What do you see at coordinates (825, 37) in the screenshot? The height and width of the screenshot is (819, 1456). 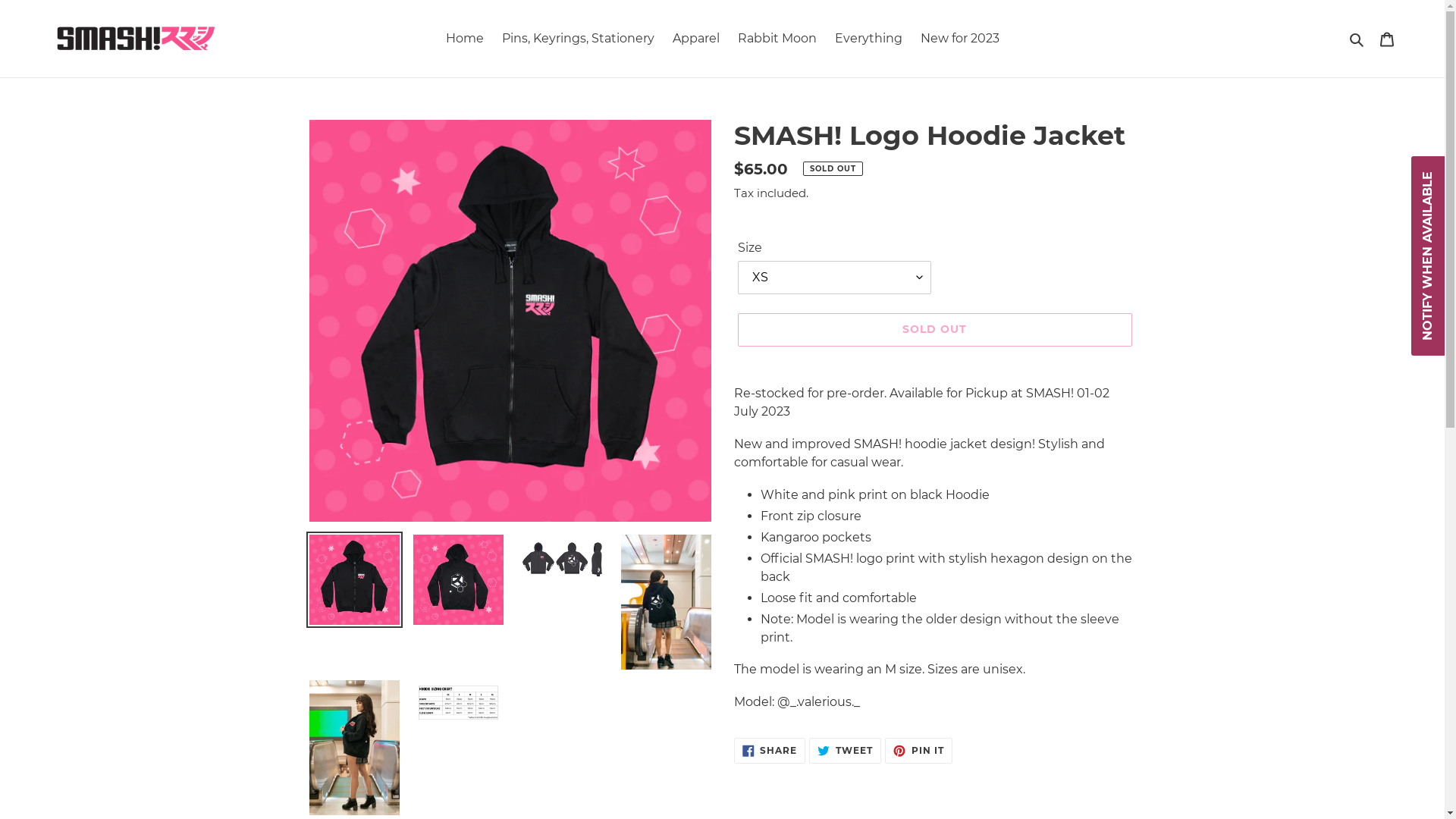 I see `'Everything'` at bounding box center [825, 37].